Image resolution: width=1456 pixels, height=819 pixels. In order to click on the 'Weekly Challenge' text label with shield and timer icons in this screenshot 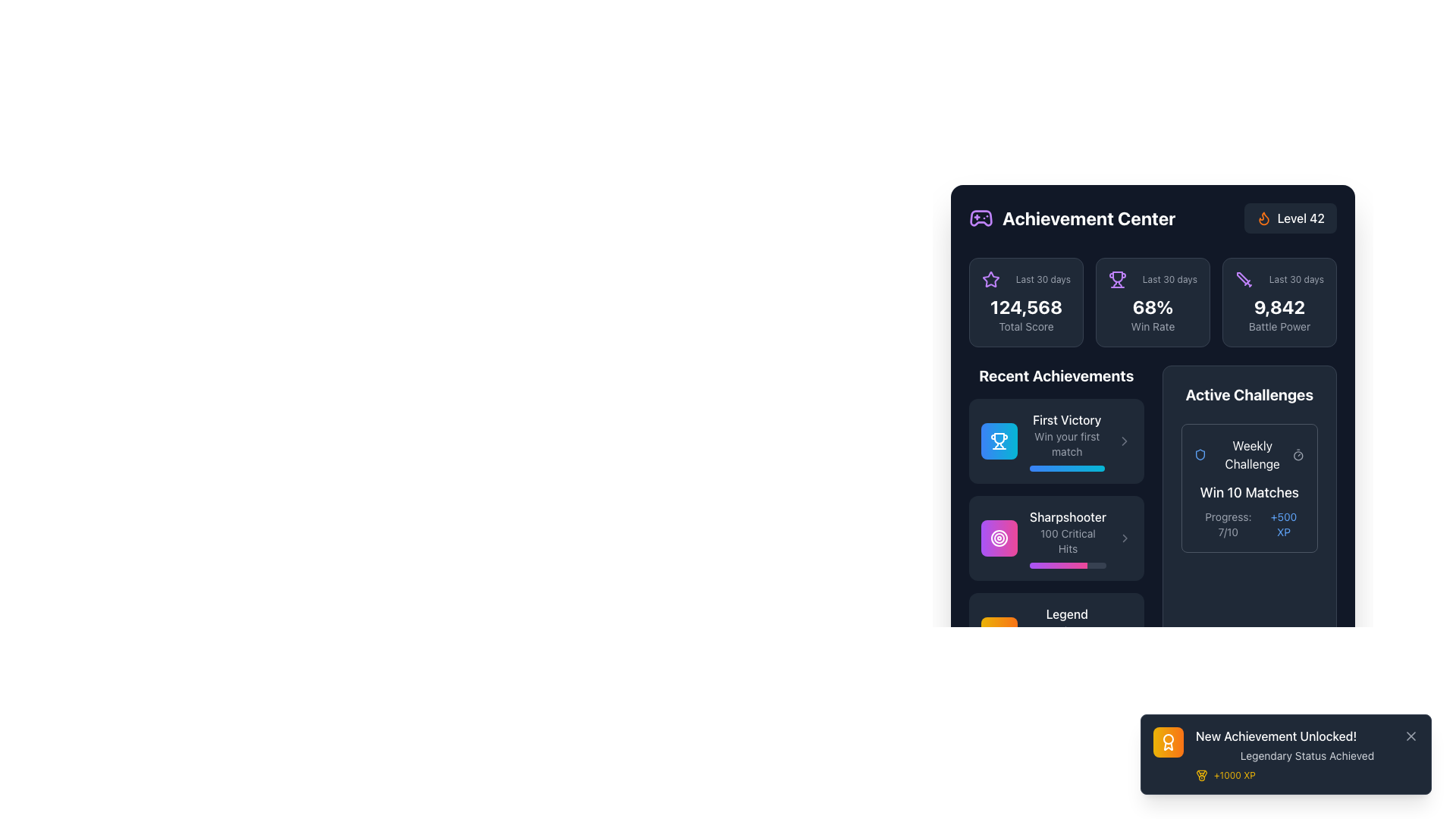, I will do `click(1249, 454)`.